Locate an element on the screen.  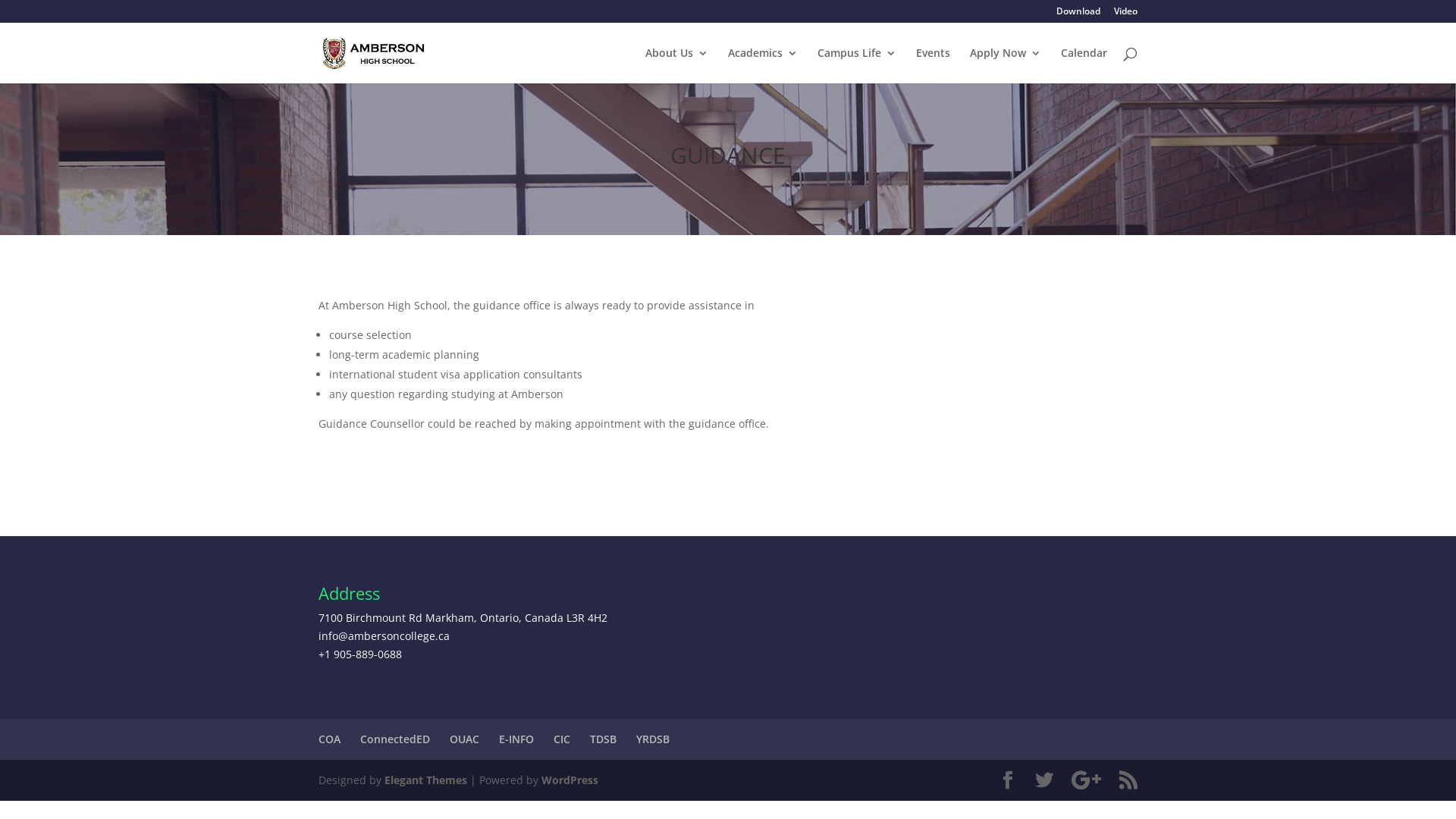
'Apply Now' is located at coordinates (1005, 64).